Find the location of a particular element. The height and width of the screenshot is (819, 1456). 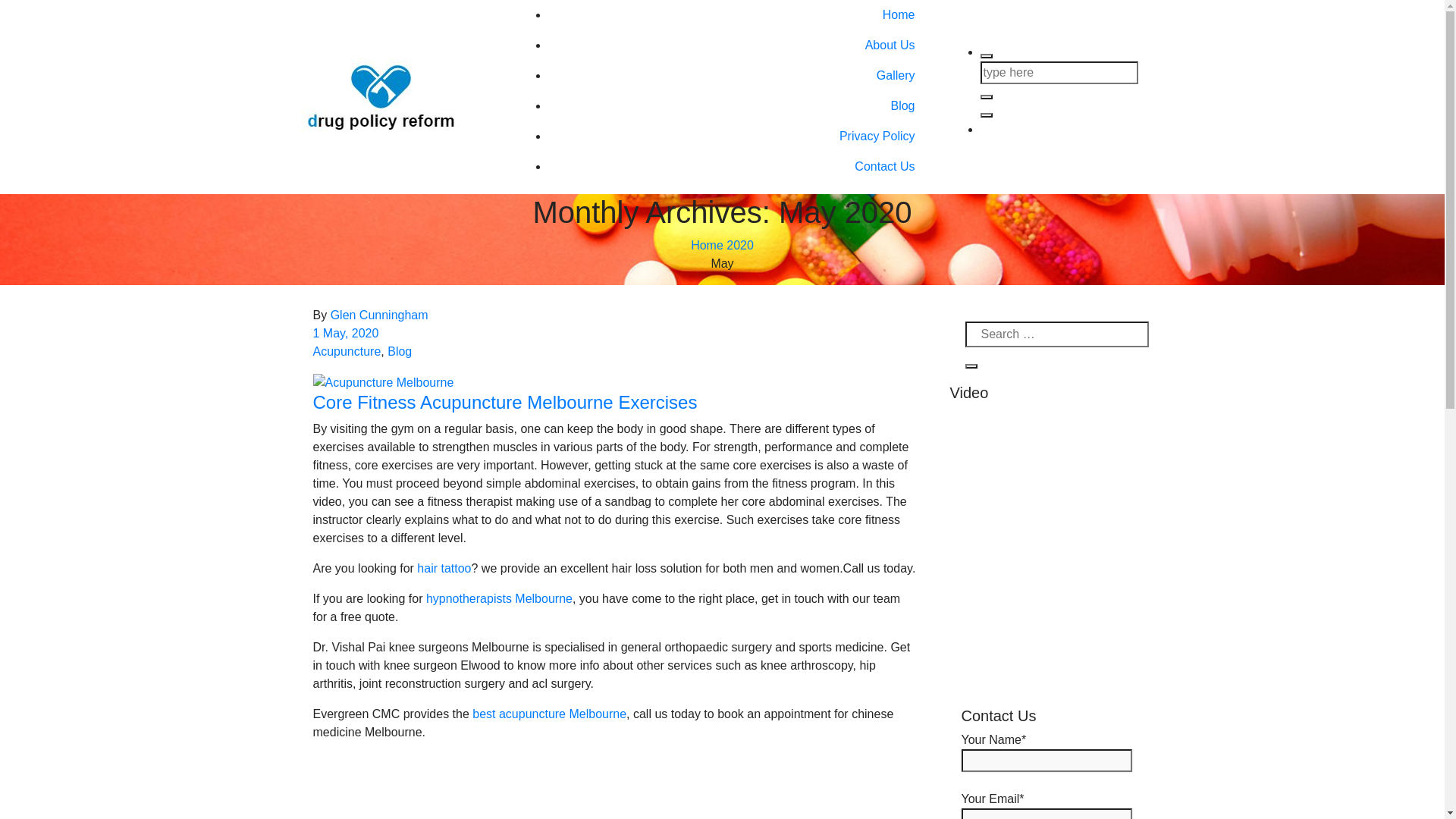

'Home' is located at coordinates (706, 244).